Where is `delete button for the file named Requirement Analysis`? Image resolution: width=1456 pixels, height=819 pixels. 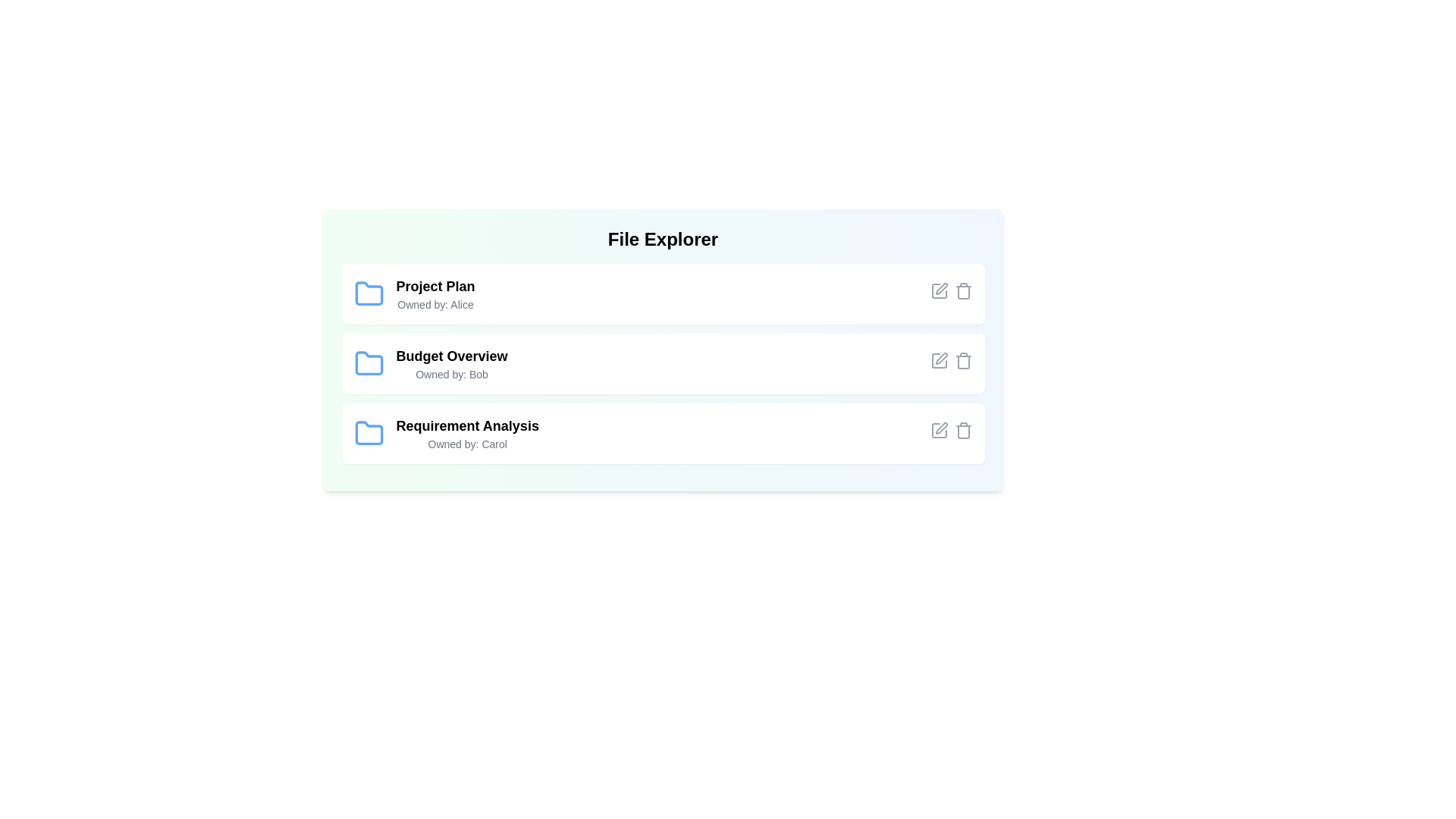
delete button for the file named Requirement Analysis is located at coordinates (962, 430).